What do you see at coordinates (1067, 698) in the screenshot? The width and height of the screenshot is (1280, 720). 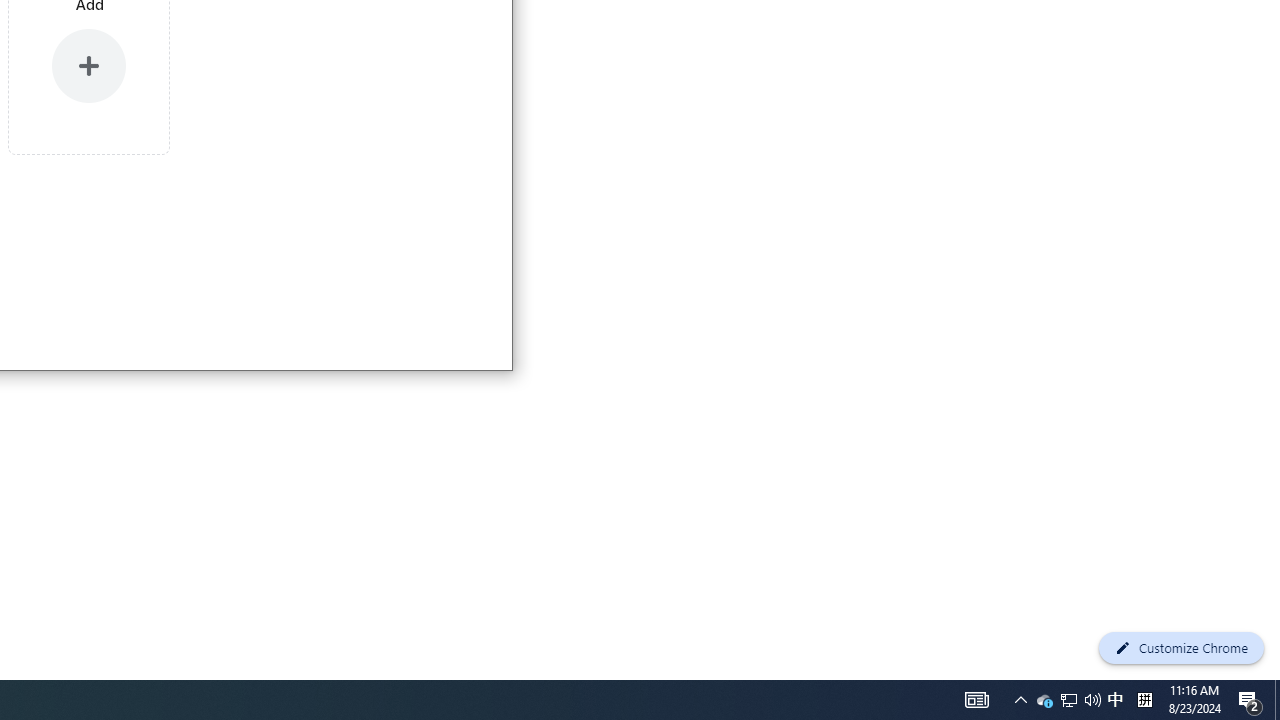 I see `'User Promoted Notification Area'` at bounding box center [1067, 698].